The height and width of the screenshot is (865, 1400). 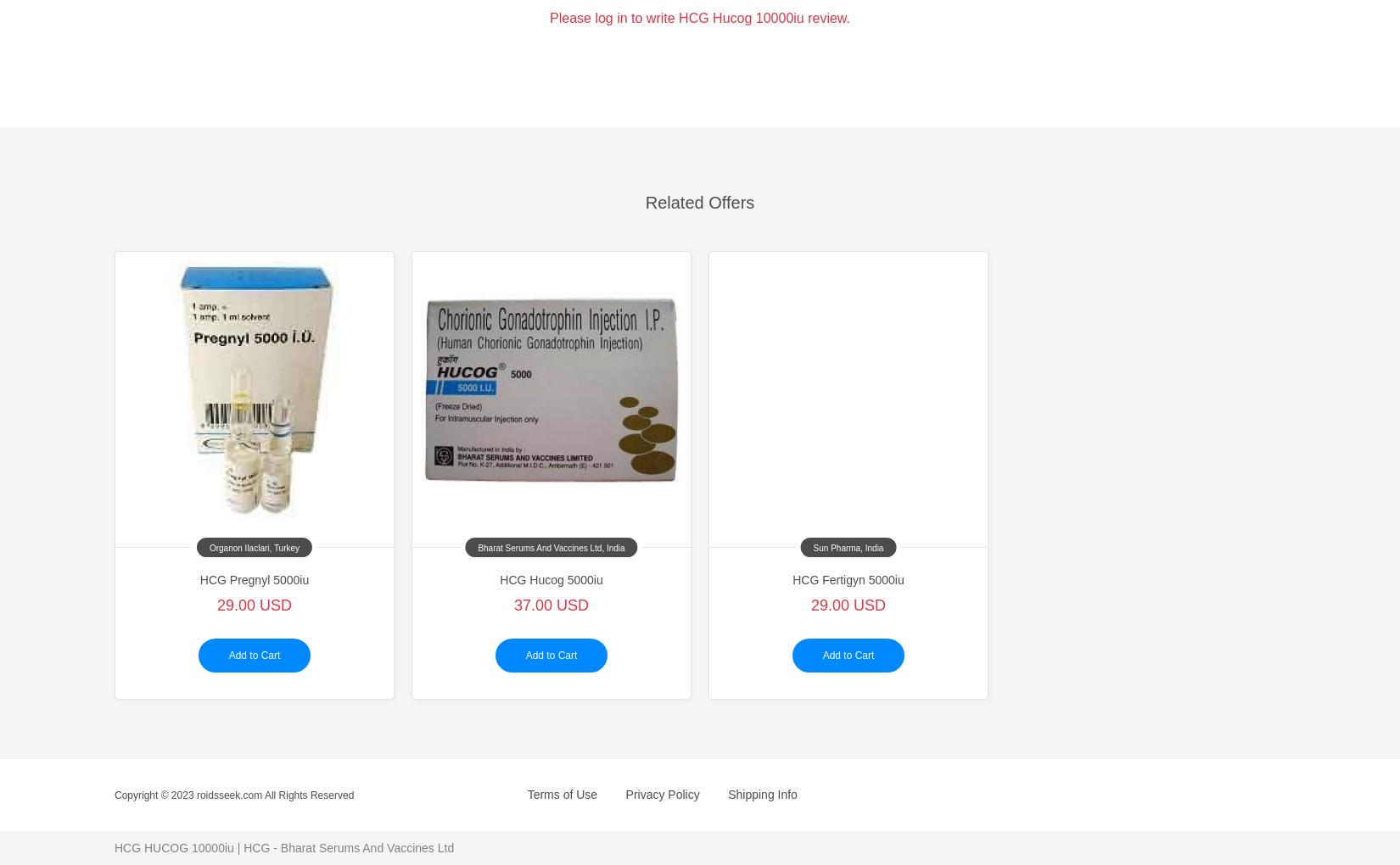 I want to click on 'HCG Fertigyn 5000iu', so click(x=848, y=579).